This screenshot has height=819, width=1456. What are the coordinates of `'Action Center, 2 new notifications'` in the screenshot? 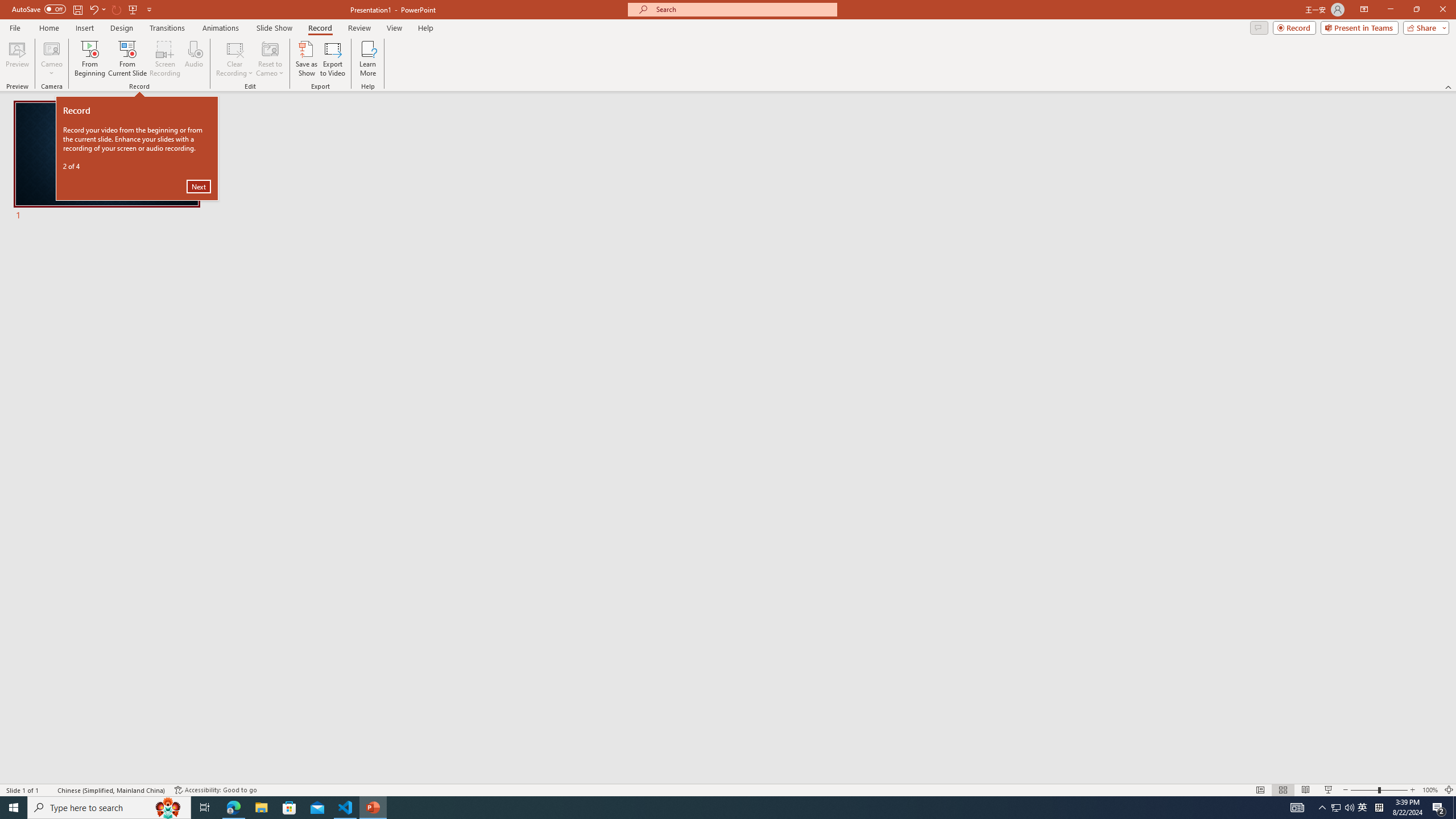 It's located at (1439, 806).